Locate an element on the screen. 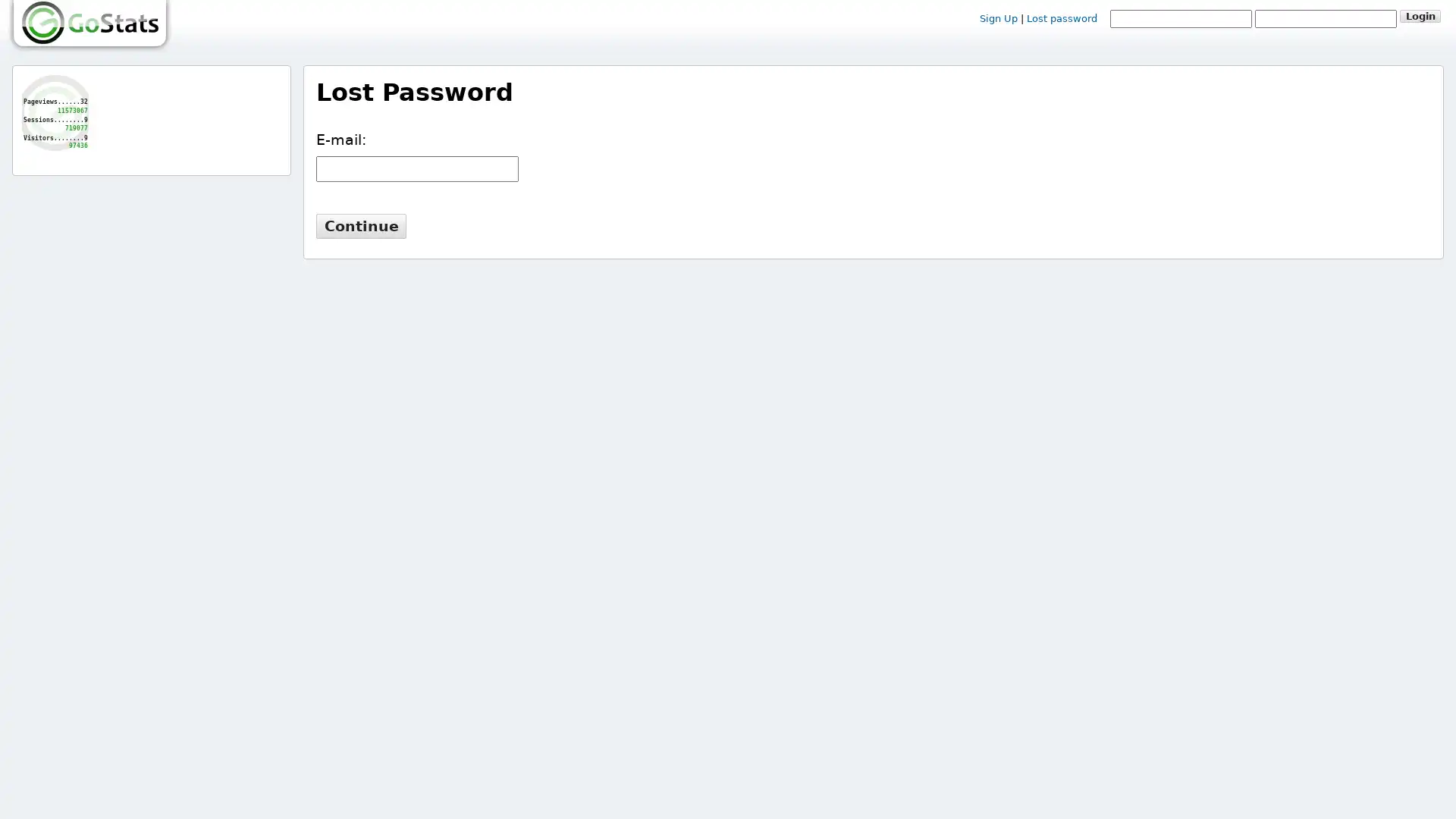  Login is located at coordinates (1419, 16).